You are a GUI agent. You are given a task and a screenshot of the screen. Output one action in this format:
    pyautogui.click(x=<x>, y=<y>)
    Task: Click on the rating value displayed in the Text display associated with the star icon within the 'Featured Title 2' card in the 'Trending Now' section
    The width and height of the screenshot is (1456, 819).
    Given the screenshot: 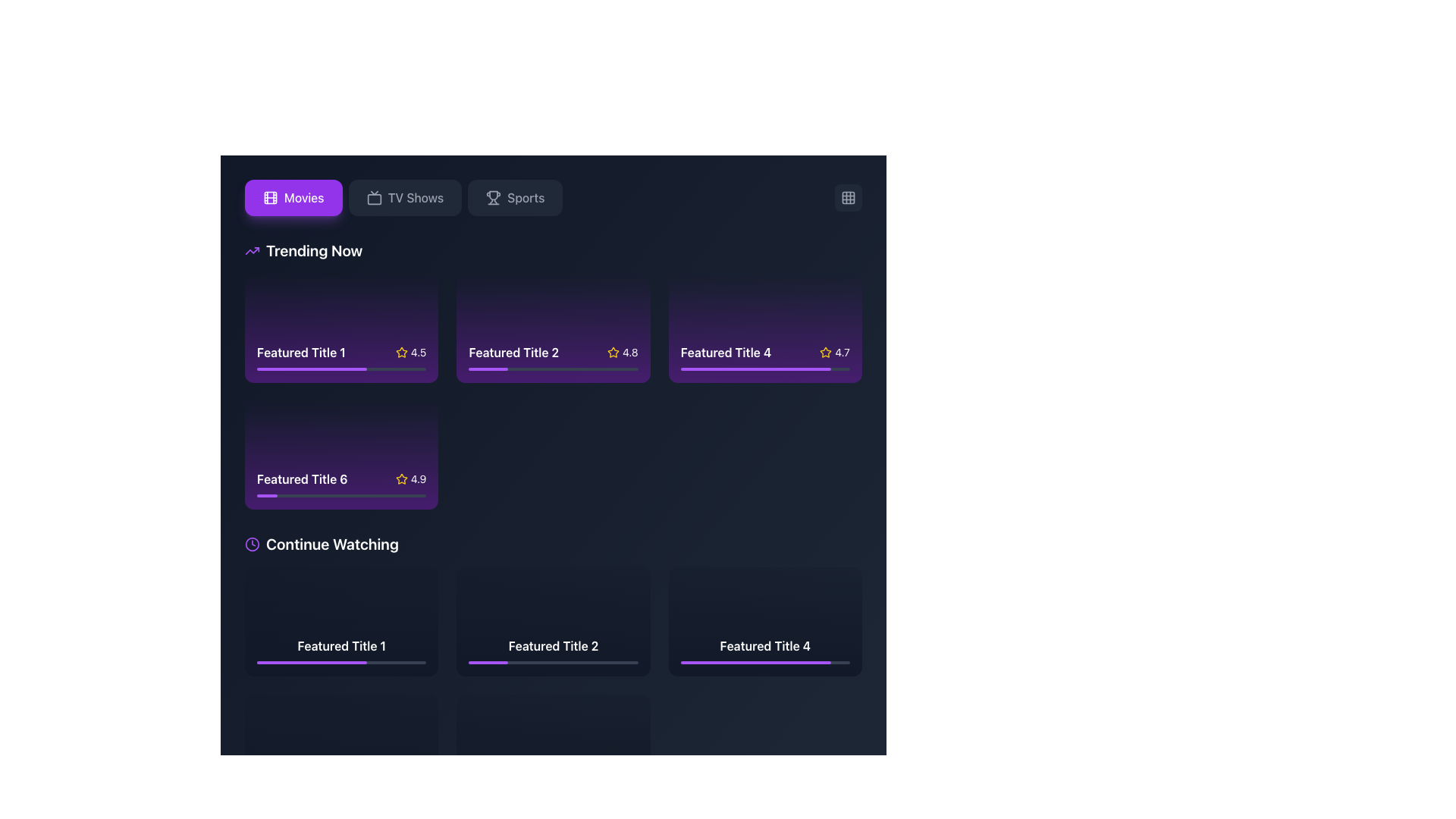 What is the action you would take?
    pyautogui.click(x=630, y=352)
    